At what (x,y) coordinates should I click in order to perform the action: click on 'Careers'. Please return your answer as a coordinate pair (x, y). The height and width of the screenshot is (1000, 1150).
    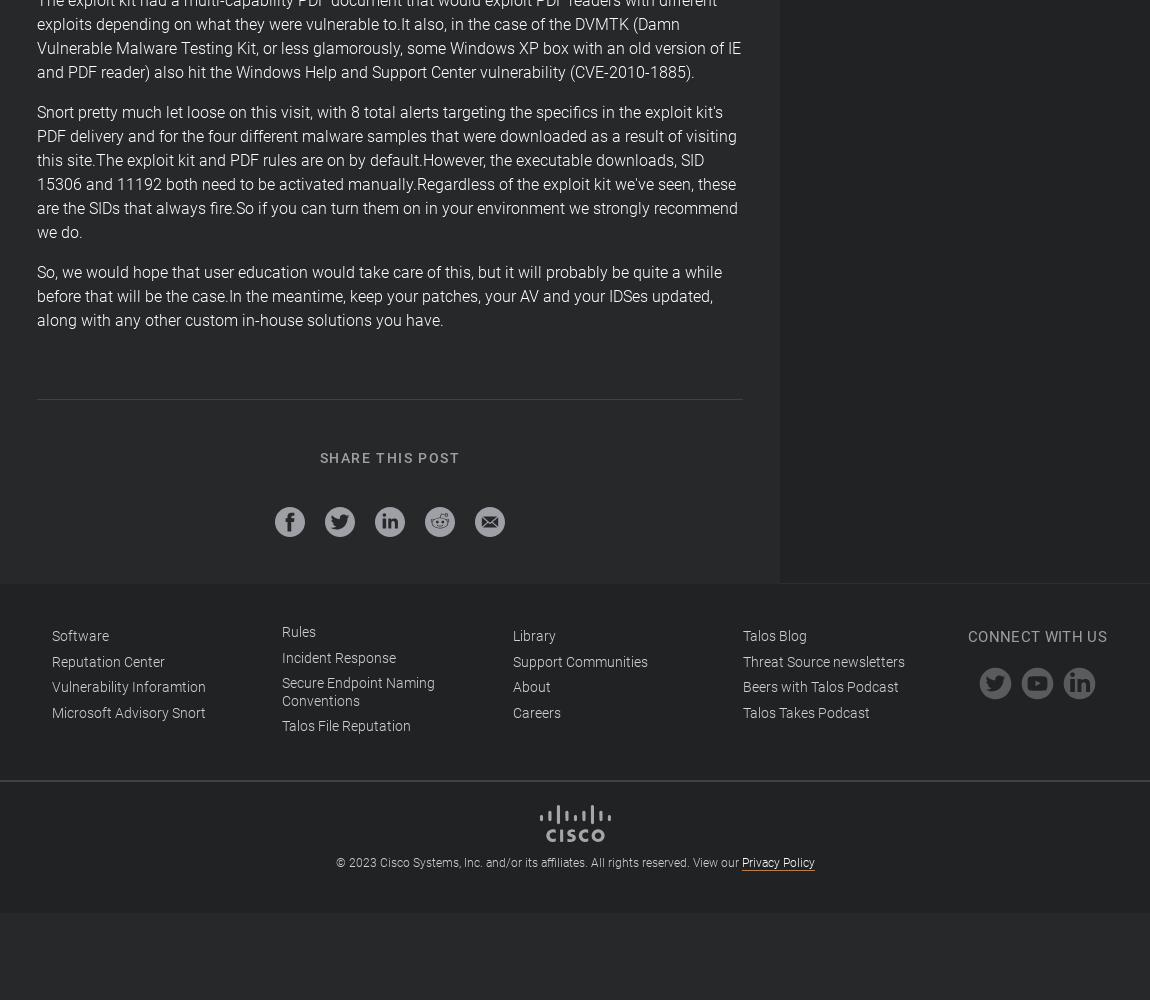
    Looking at the image, I should click on (536, 711).